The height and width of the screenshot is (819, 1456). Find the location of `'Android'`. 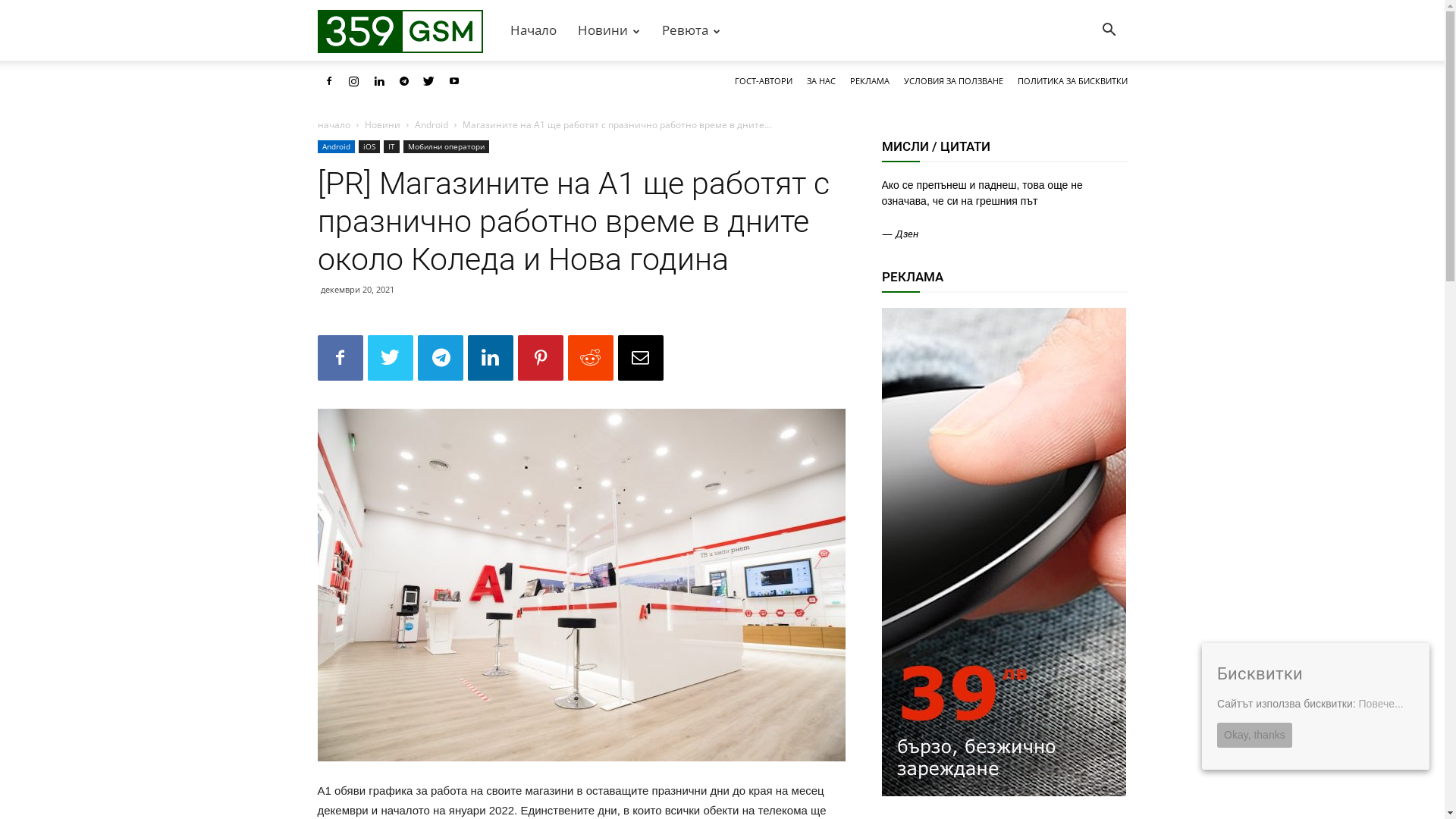

'Android' is located at coordinates (315, 146).